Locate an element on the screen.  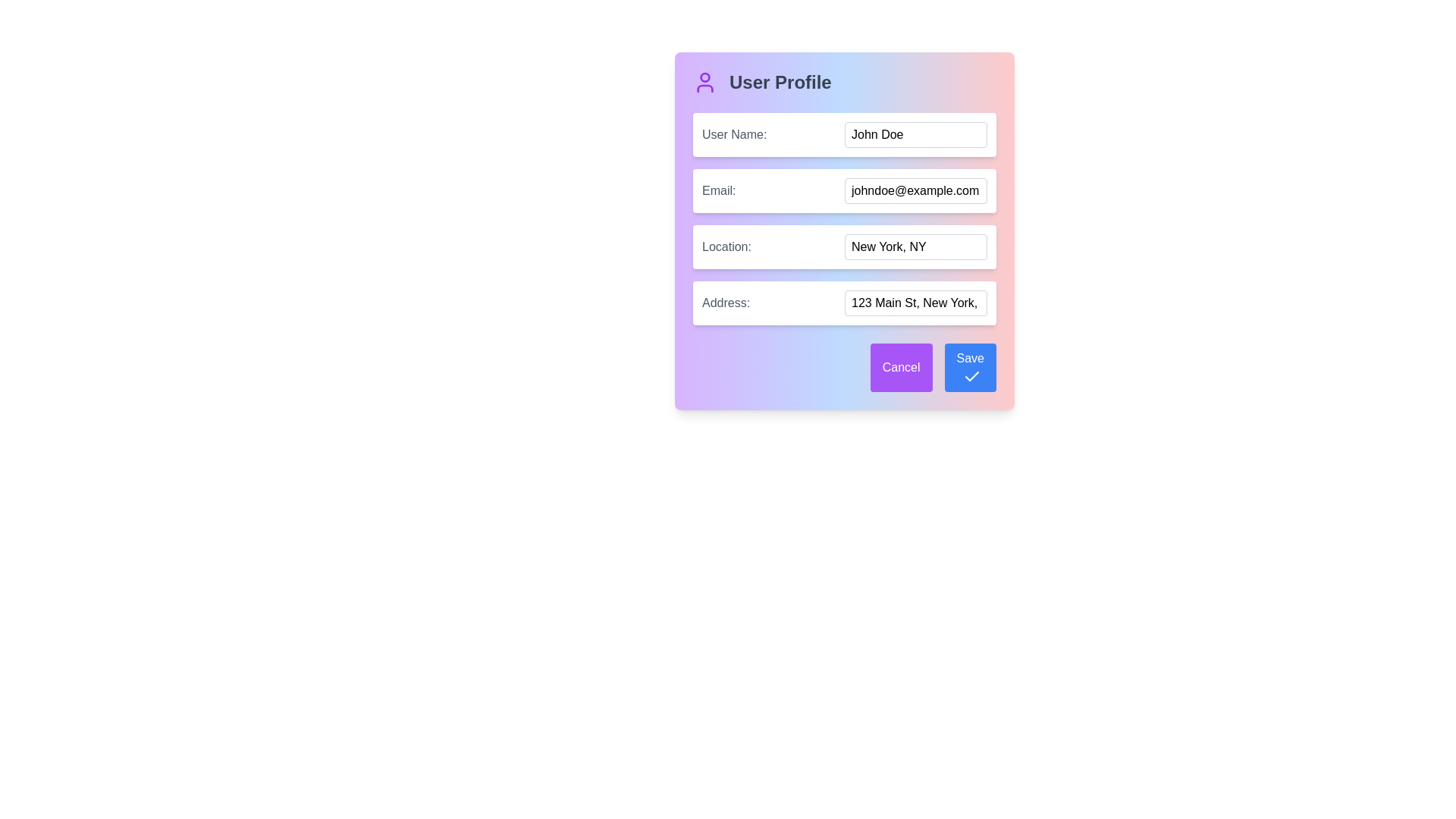
the text input field with rounded edges and placeholder 'New York, NY' is located at coordinates (915, 246).